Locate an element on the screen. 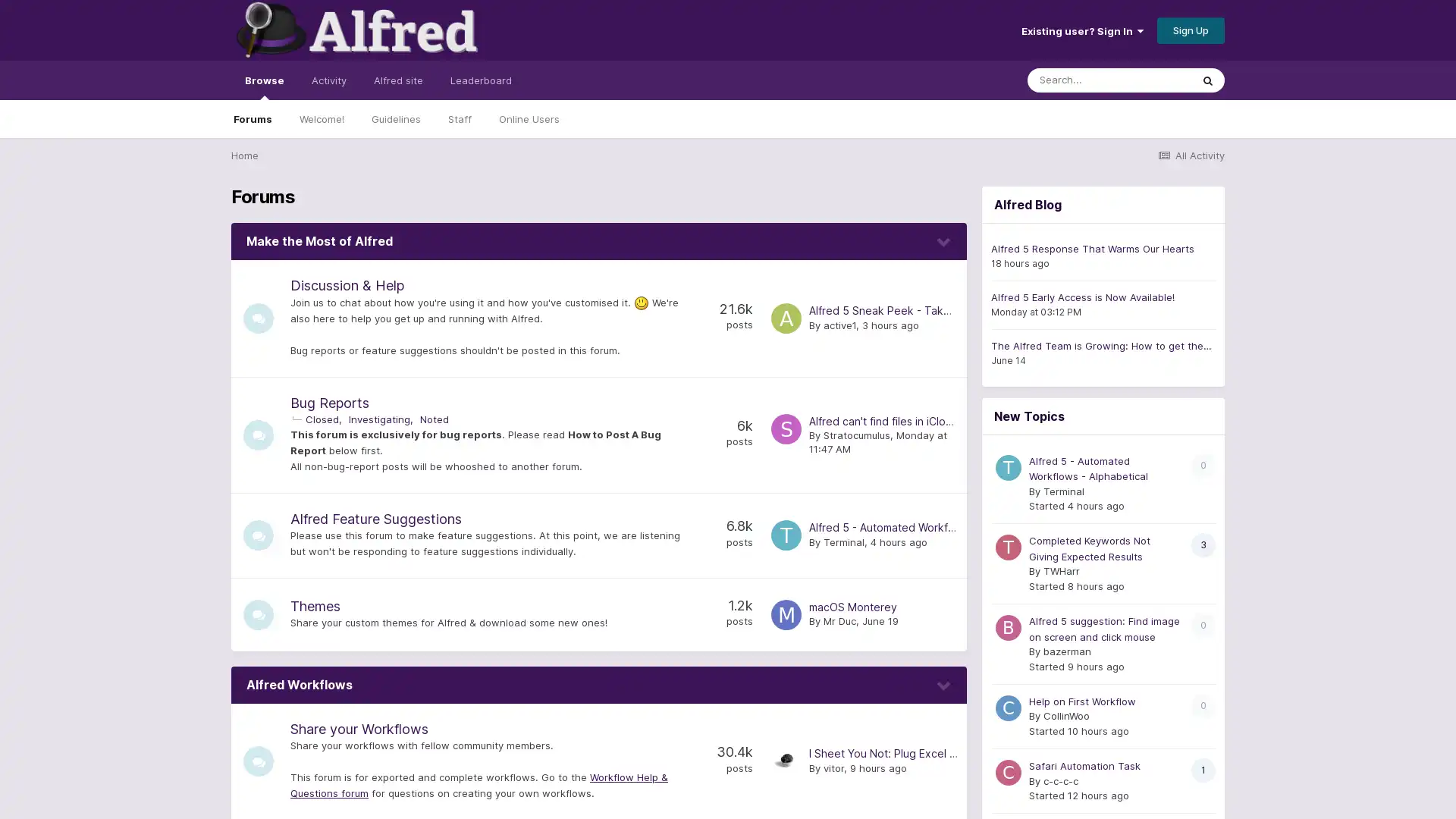 The height and width of the screenshot is (819, 1456). Search is located at coordinates (1207, 80).